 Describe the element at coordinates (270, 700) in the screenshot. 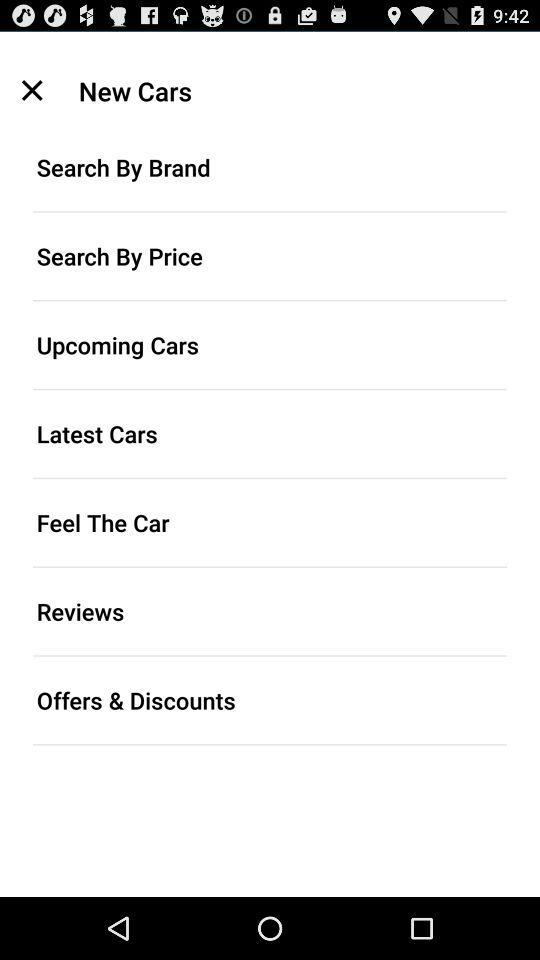

I see `the offers & discounts icon` at that location.